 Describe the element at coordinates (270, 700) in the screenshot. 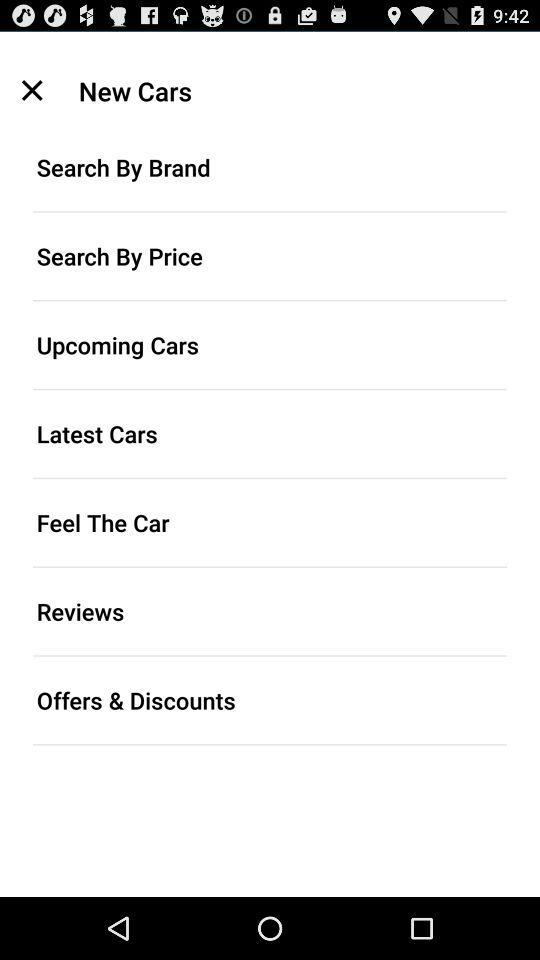

I see `the offers & discounts icon` at that location.